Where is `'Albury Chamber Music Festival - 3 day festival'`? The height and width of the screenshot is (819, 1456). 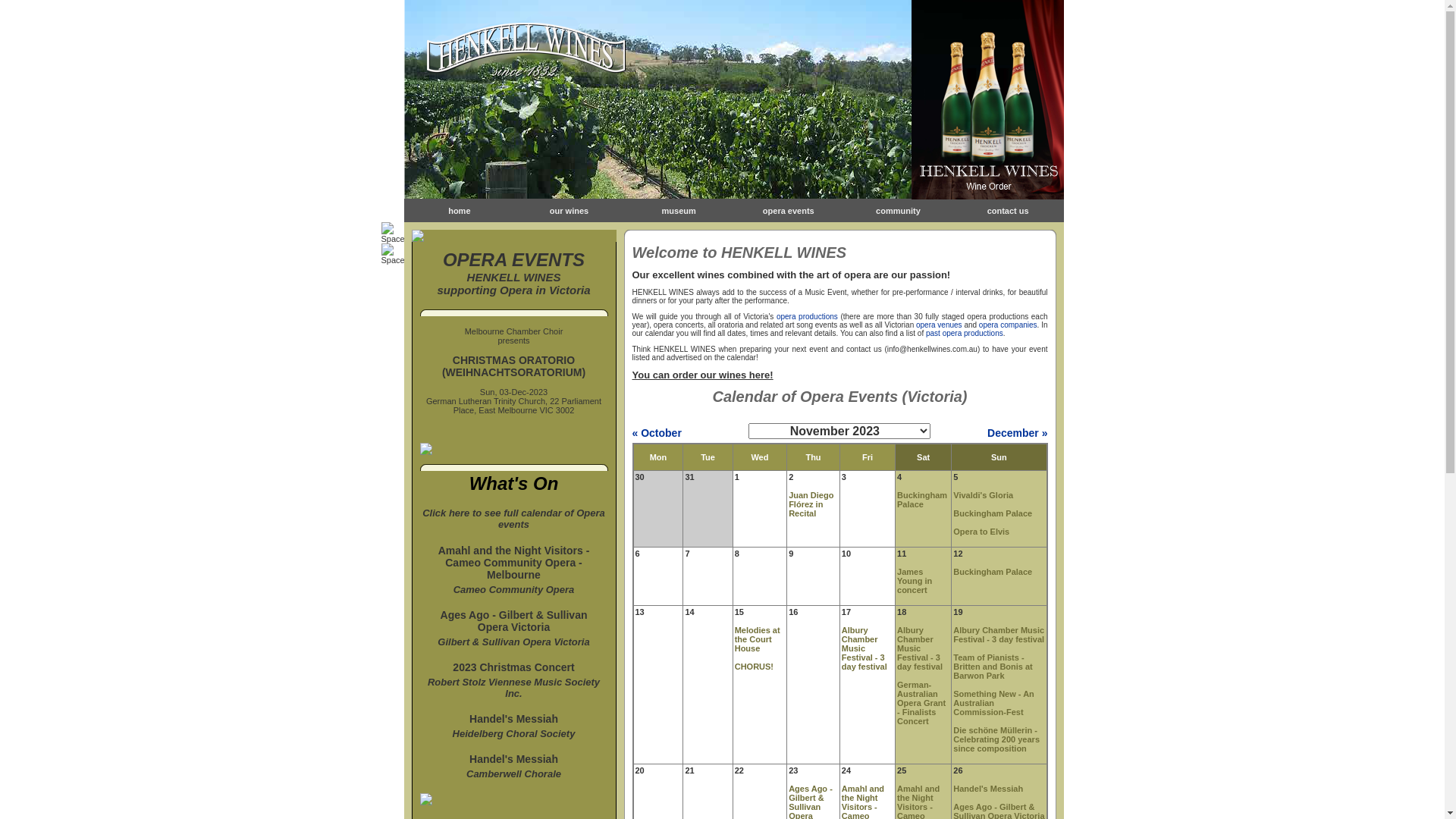
'Albury Chamber Music Festival - 3 day festival' is located at coordinates (864, 648).